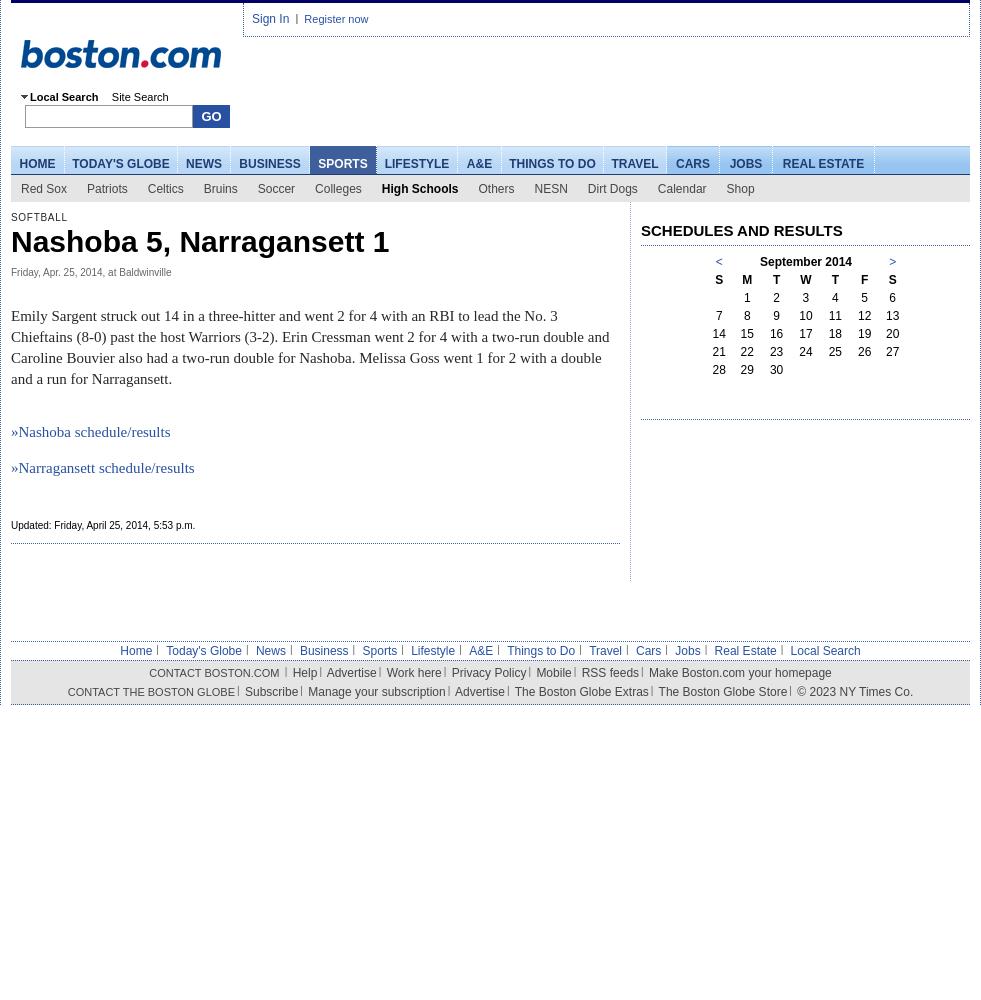  What do you see at coordinates (336, 188) in the screenshot?
I see `'Colleges'` at bounding box center [336, 188].